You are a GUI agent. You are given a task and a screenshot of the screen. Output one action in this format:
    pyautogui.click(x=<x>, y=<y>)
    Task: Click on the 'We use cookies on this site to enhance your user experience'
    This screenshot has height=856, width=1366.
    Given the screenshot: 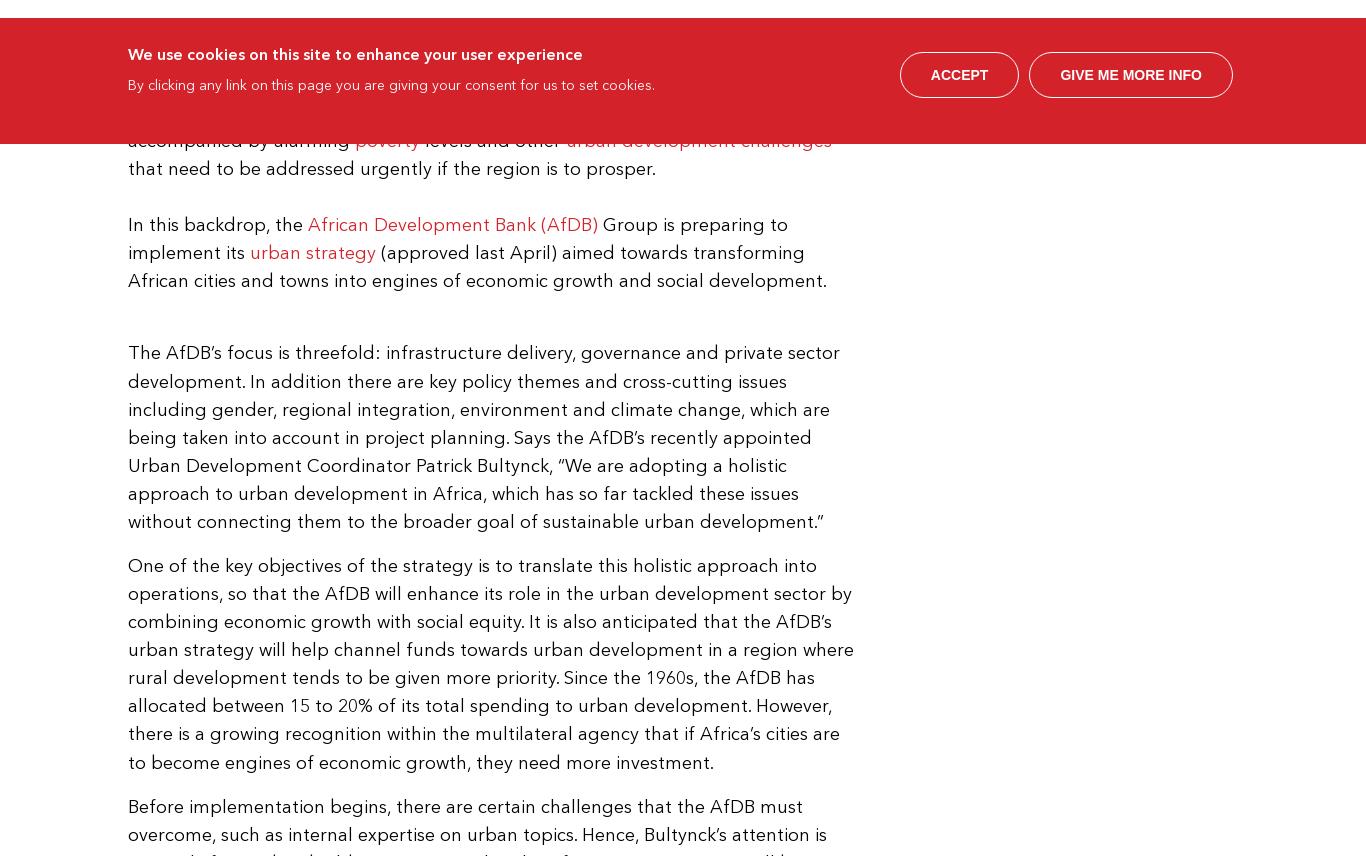 What is the action you would take?
    pyautogui.click(x=354, y=51)
    